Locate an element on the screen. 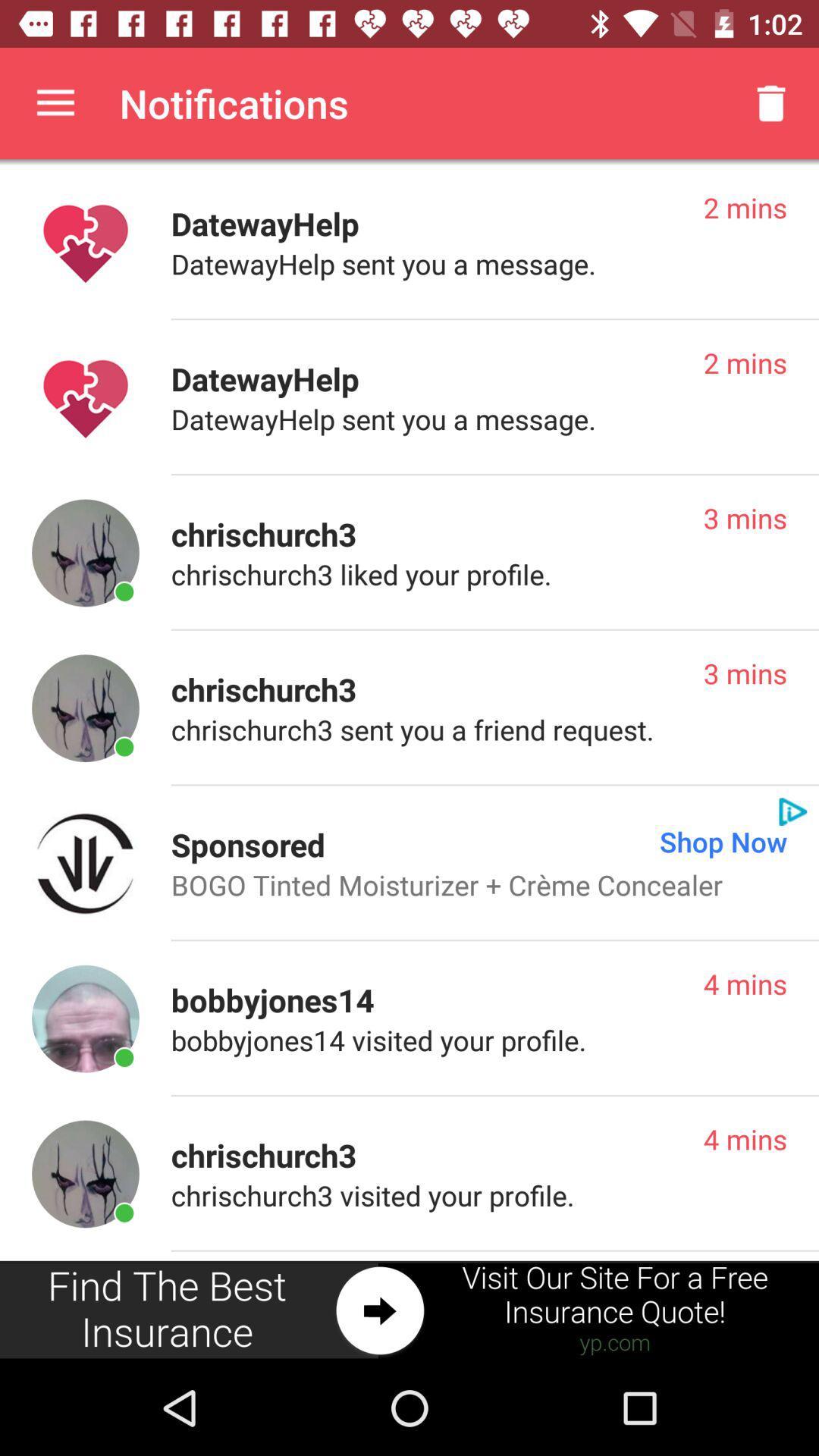 This screenshot has width=819, height=1456. advertiser site is located at coordinates (409, 1310).